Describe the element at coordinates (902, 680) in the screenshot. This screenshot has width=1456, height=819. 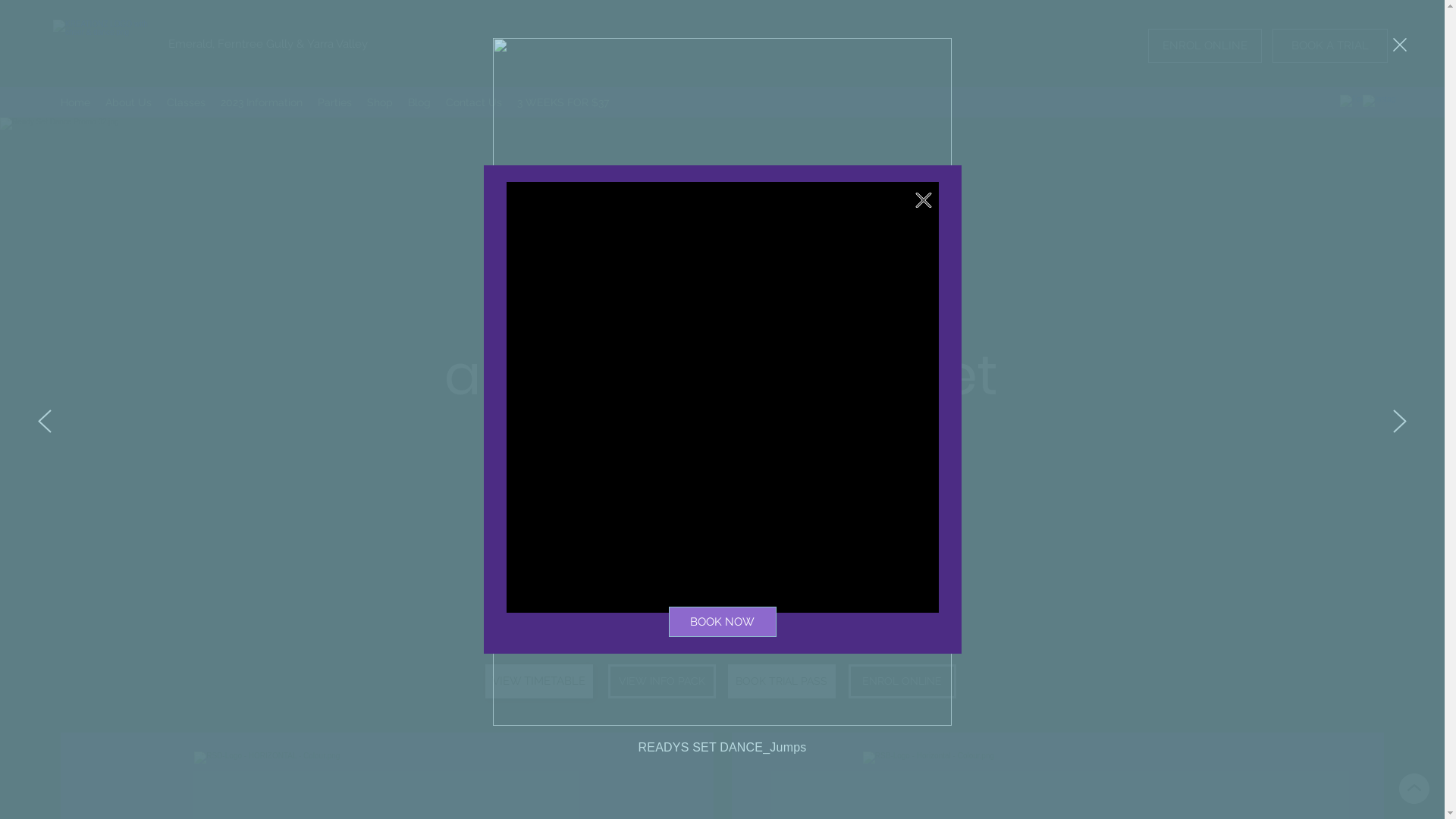
I see `'ENROL ONLINE'` at that location.